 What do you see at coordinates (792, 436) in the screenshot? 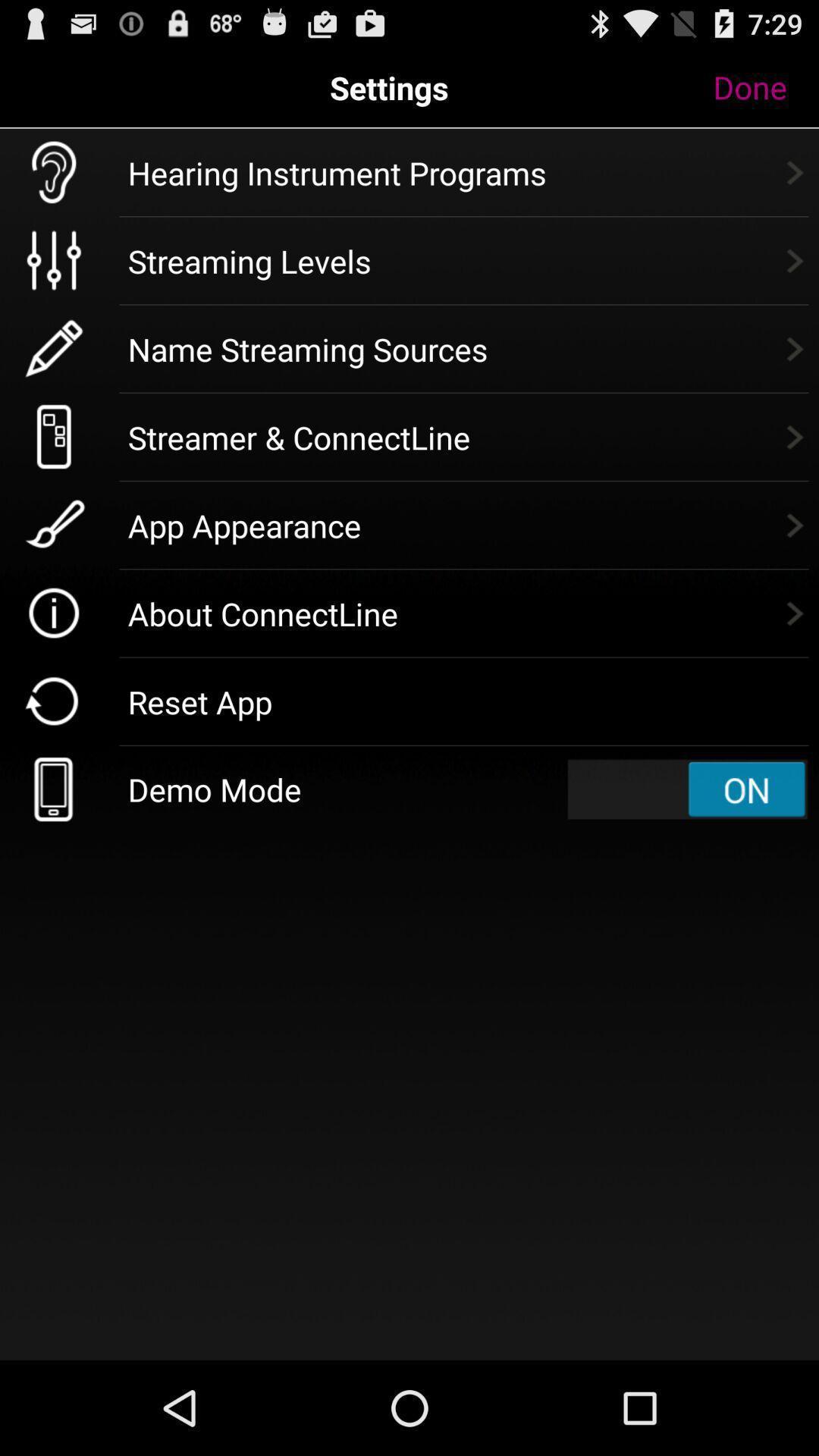
I see `the icon which is right to the text streamer  connectline` at bounding box center [792, 436].